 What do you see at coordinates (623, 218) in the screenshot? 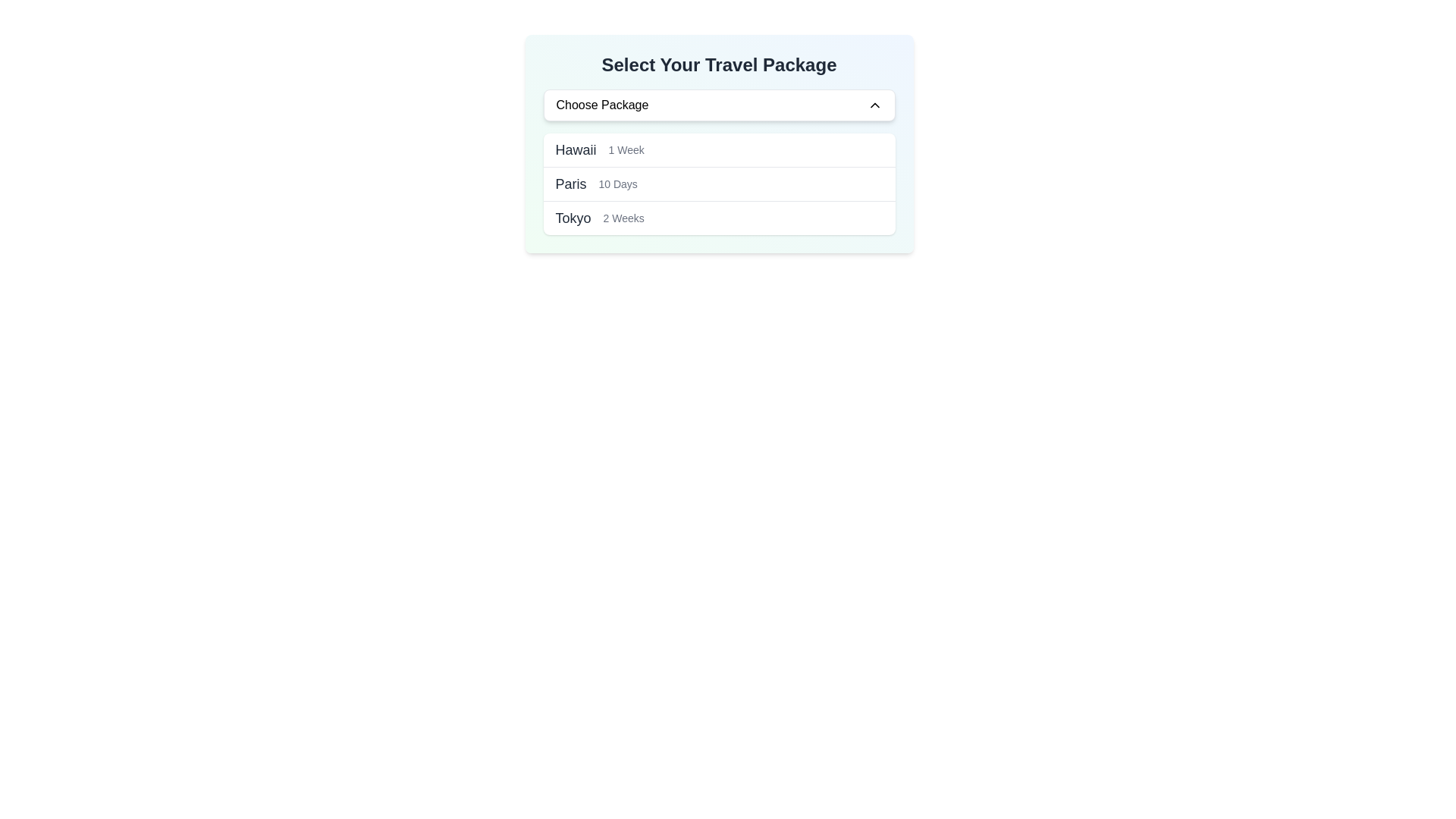
I see `the Text label displaying '2 Weeks', which is positioned to the right of the 'Tokyo' travel package entry, indicating it as secondary descriptive content` at bounding box center [623, 218].